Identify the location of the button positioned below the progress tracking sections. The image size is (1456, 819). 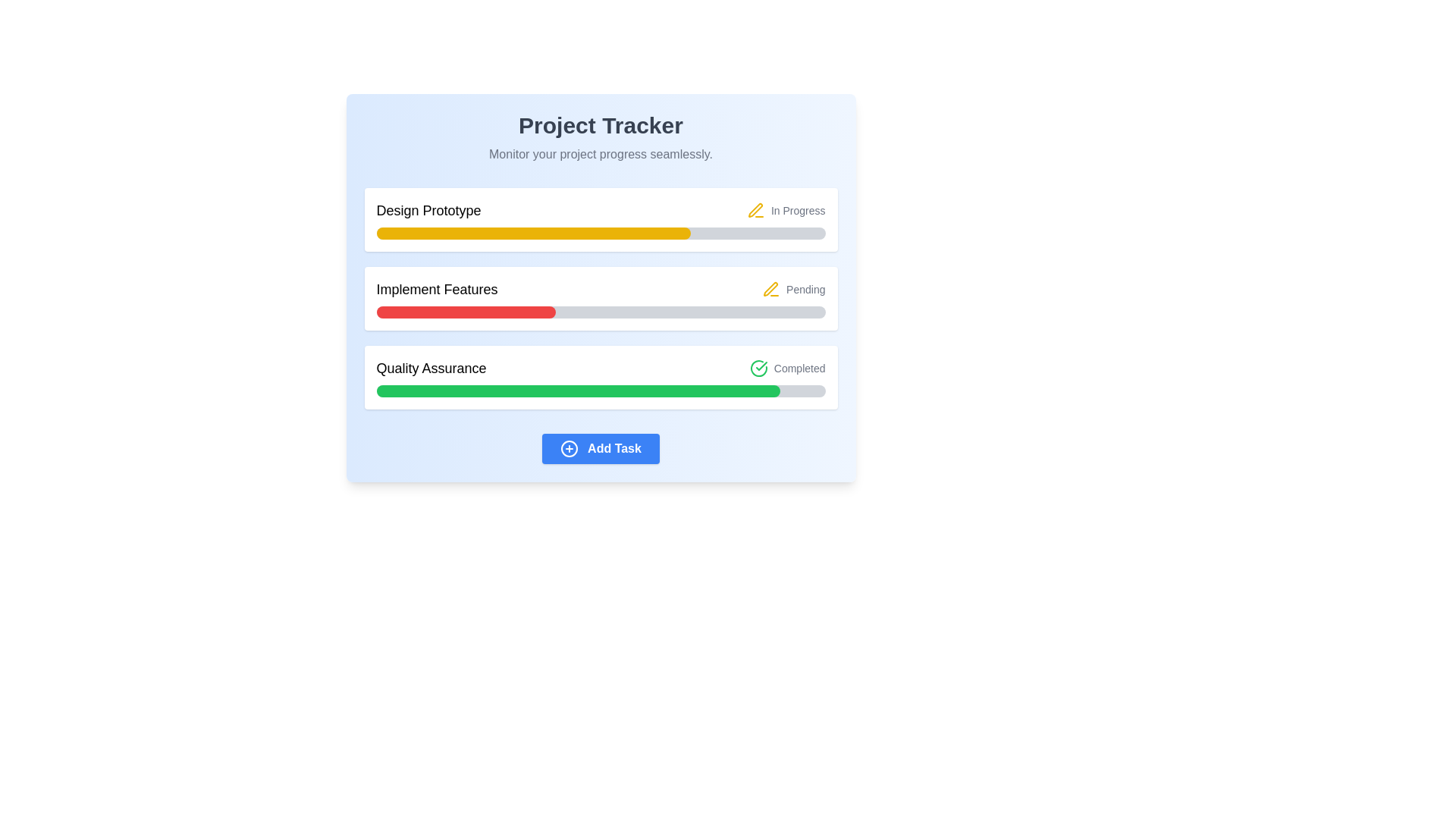
(600, 447).